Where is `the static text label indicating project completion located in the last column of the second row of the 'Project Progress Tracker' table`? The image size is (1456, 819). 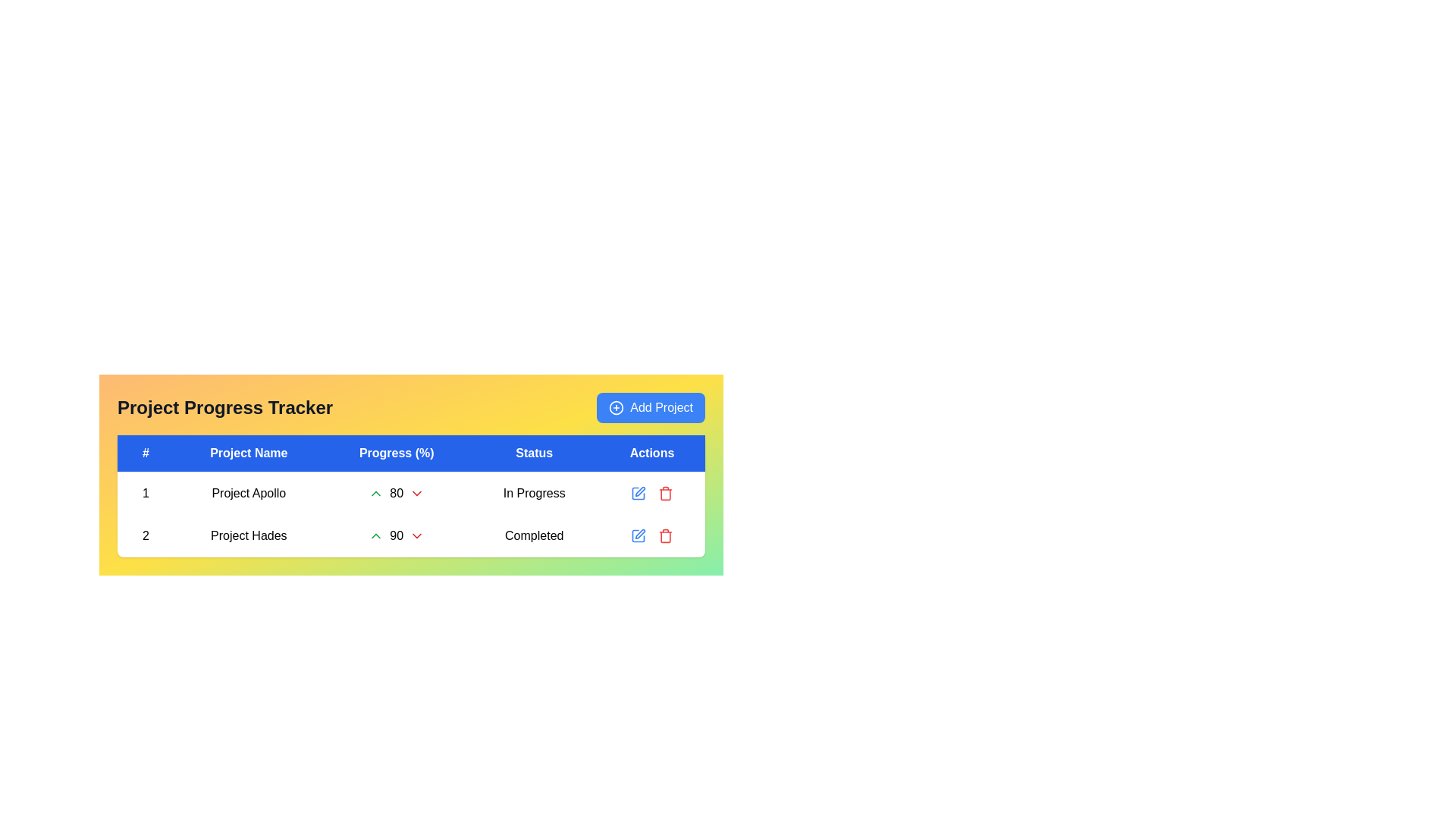
the static text label indicating project completion located in the last column of the second row of the 'Project Progress Tracker' table is located at coordinates (534, 535).